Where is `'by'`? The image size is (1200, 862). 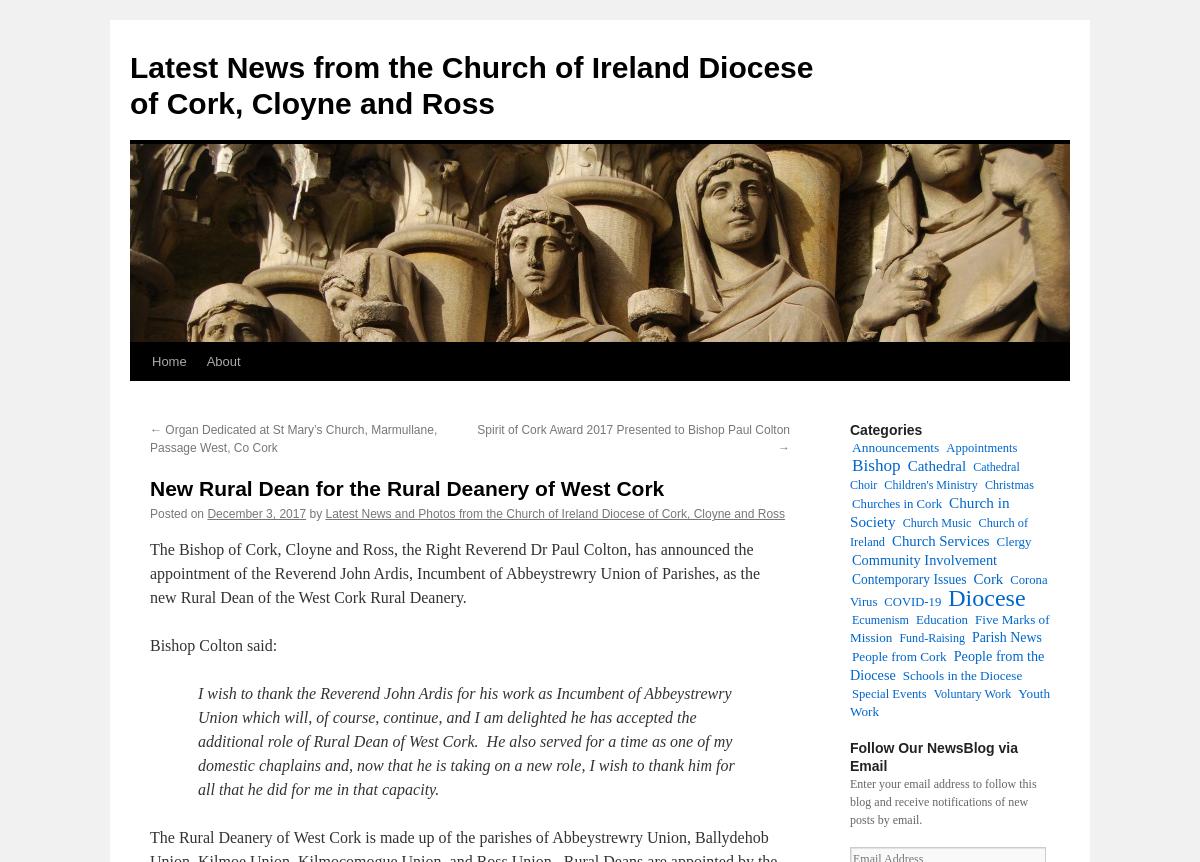
'by' is located at coordinates (315, 513).